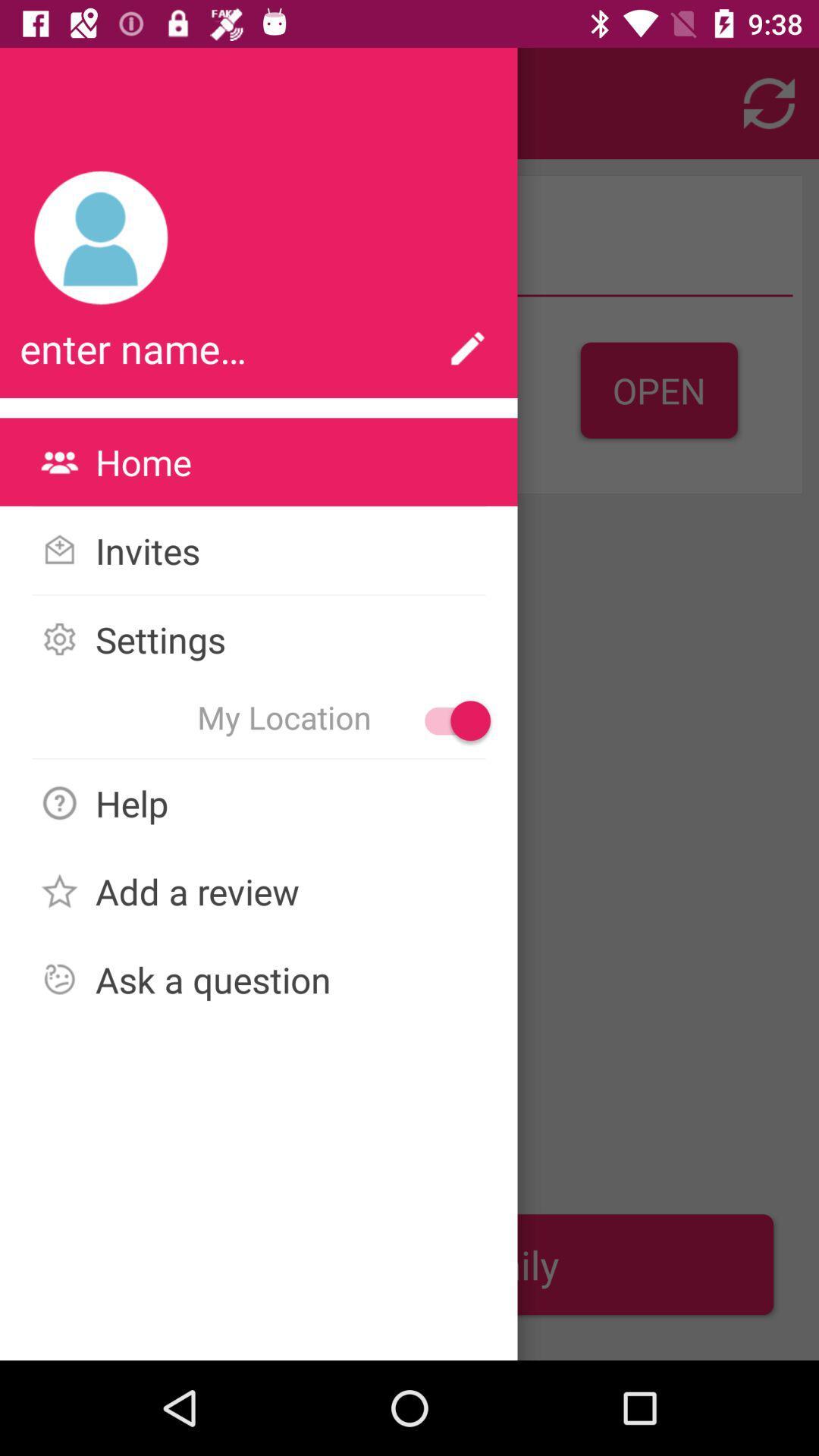 This screenshot has width=819, height=1456. Describe the element at coordinates (467, 347) in the screenshot. I see `the button which is right to enter name` at that location.